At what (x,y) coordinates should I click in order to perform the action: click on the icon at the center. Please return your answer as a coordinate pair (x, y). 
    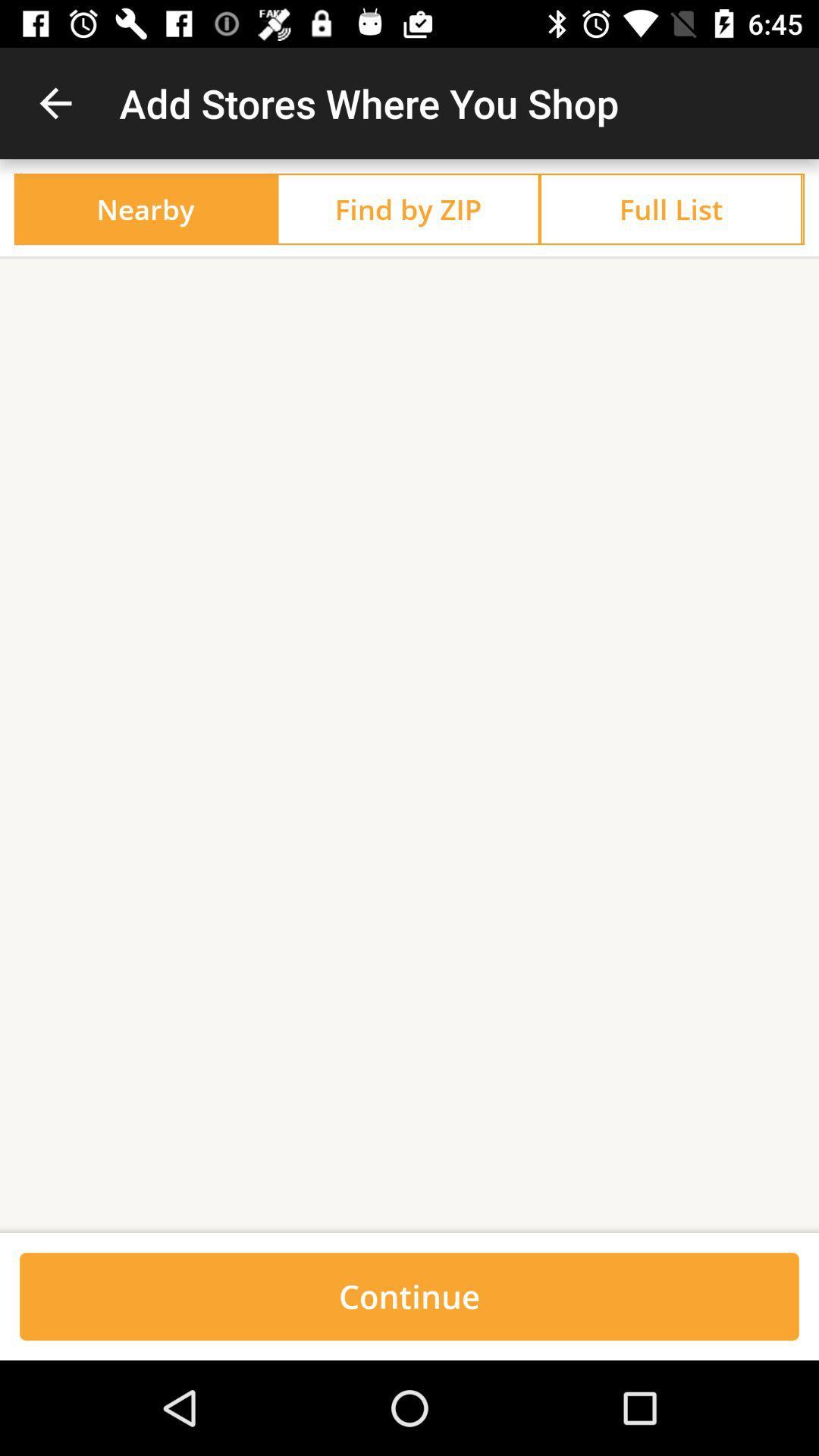
    Looking at the image, I should click on (409, 745).